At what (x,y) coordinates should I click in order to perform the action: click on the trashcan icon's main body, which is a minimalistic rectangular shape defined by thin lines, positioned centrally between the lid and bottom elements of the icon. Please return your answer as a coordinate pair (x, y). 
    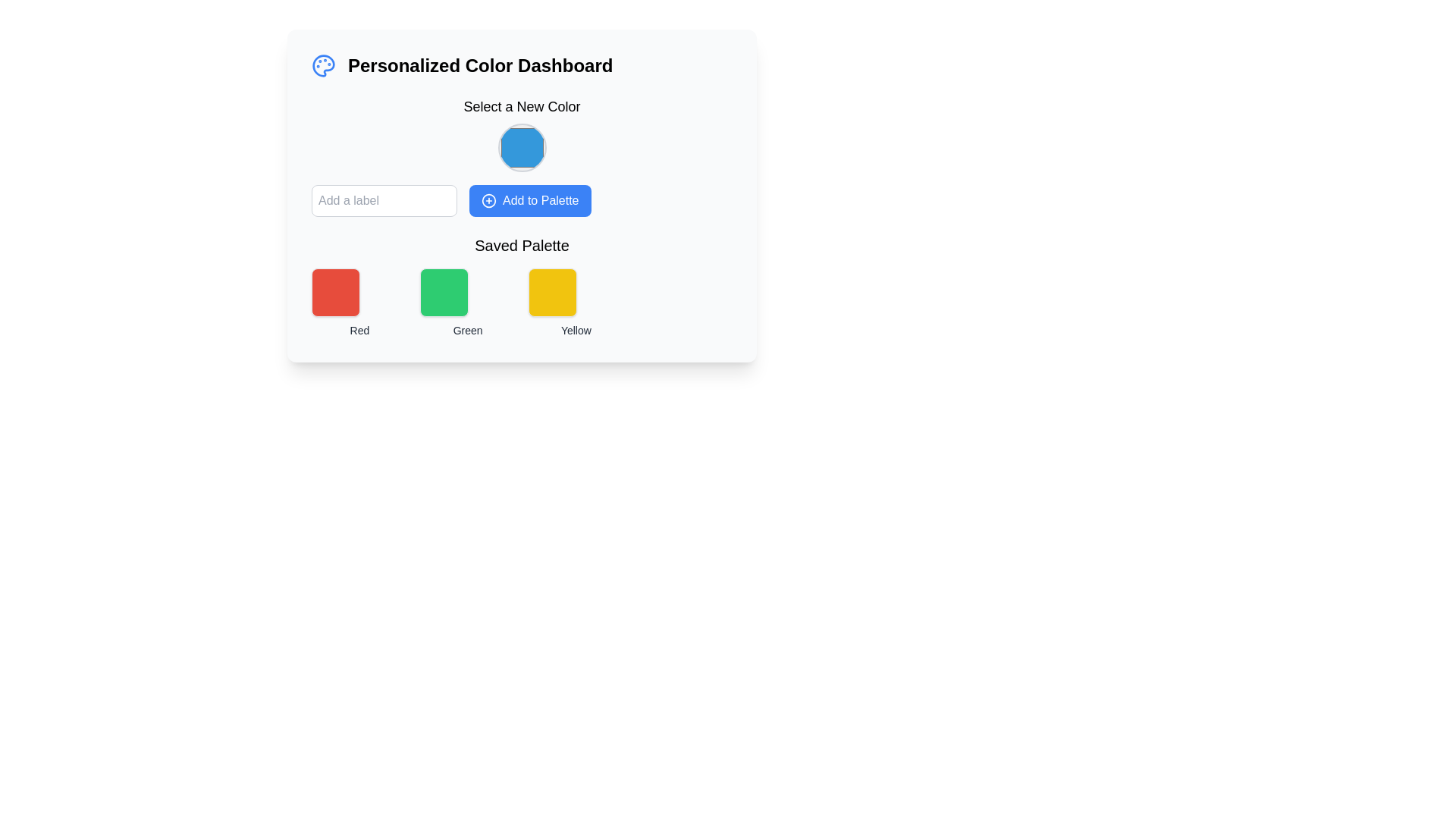
    Looking at the image, I should click on (397, 280).